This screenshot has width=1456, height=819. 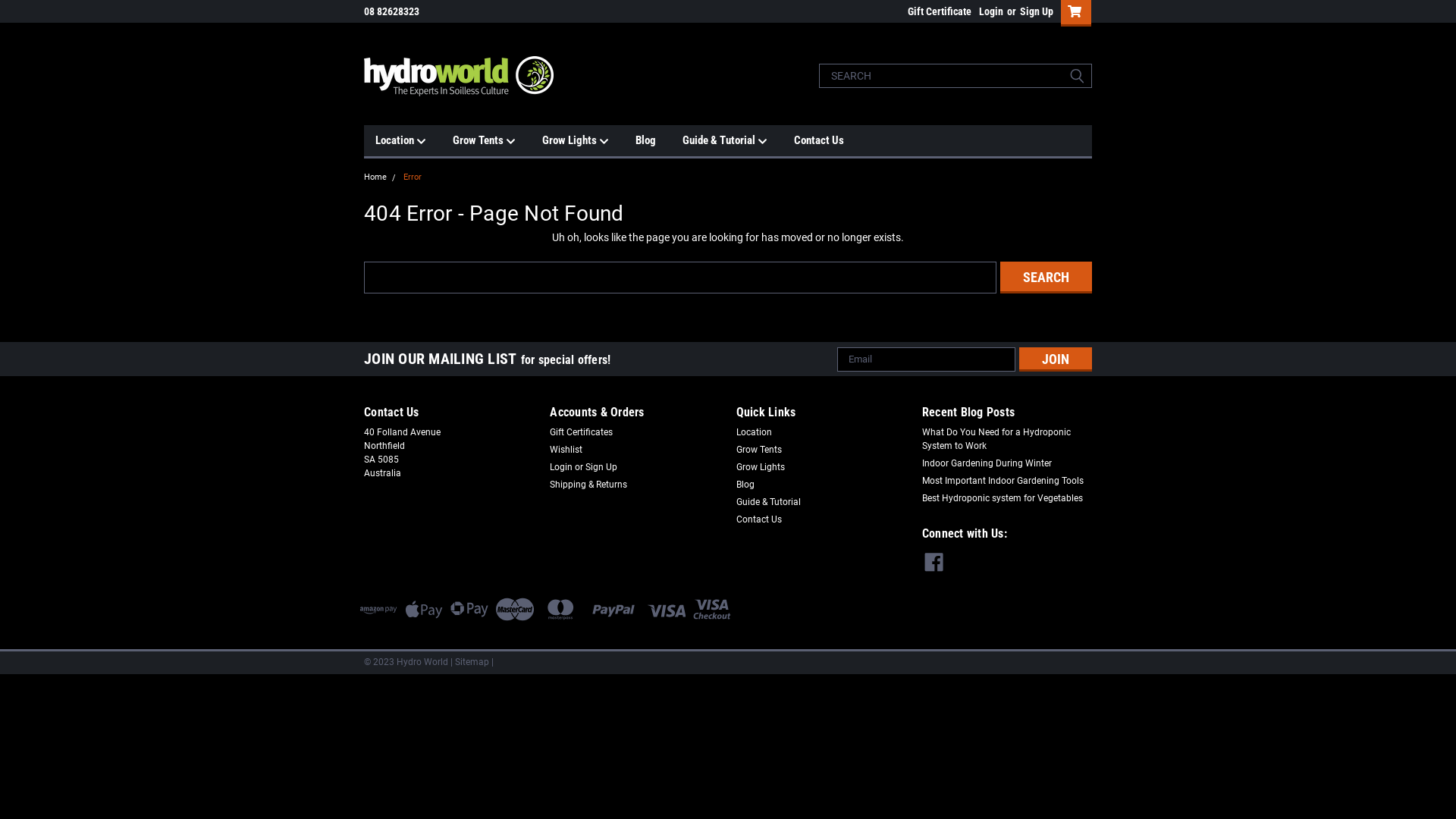 I want to click on 'Grow Lights', so click(x=760, y=465).